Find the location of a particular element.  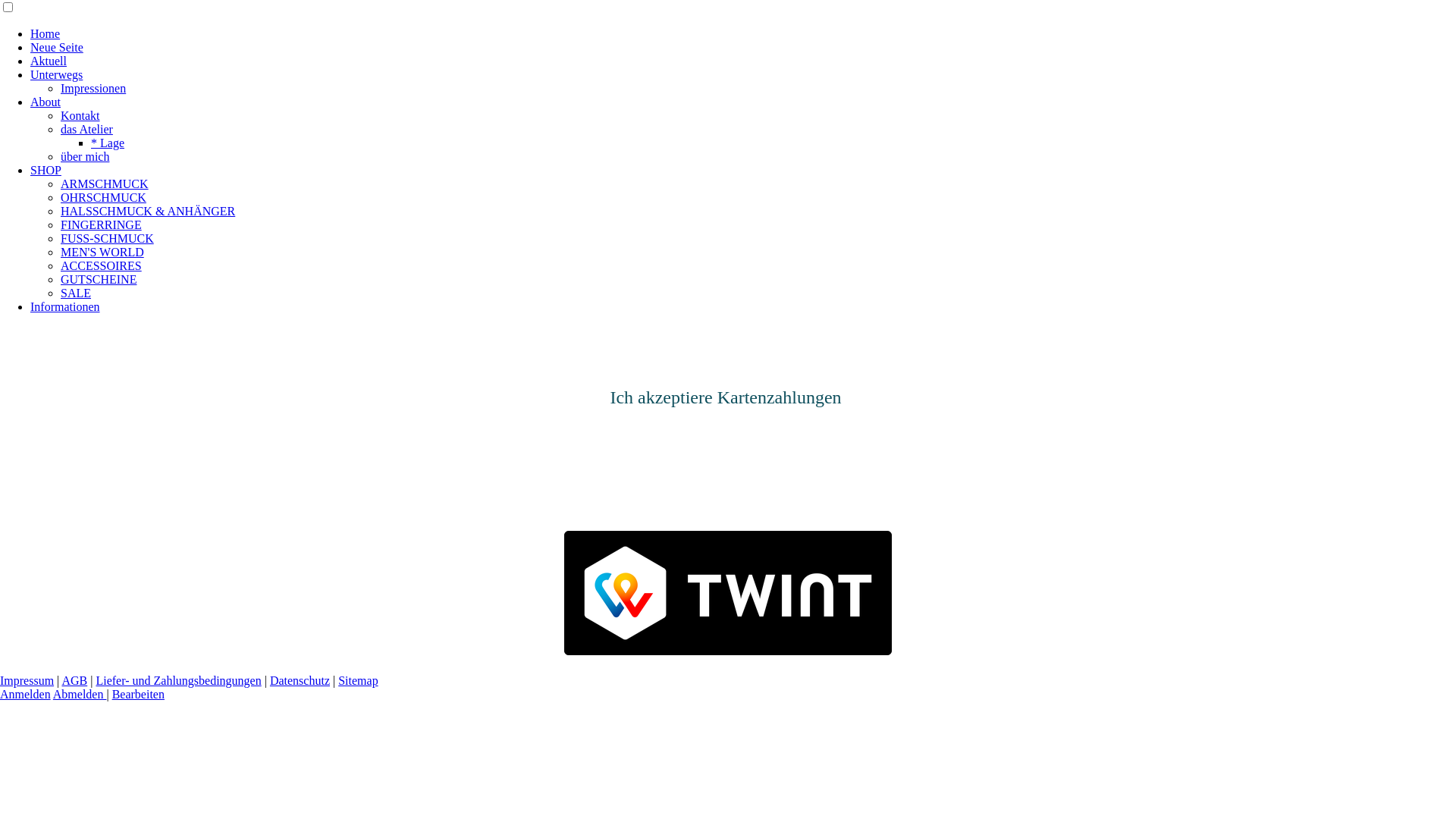

'FINGERRINGE' is located at coordinates (100, 224).